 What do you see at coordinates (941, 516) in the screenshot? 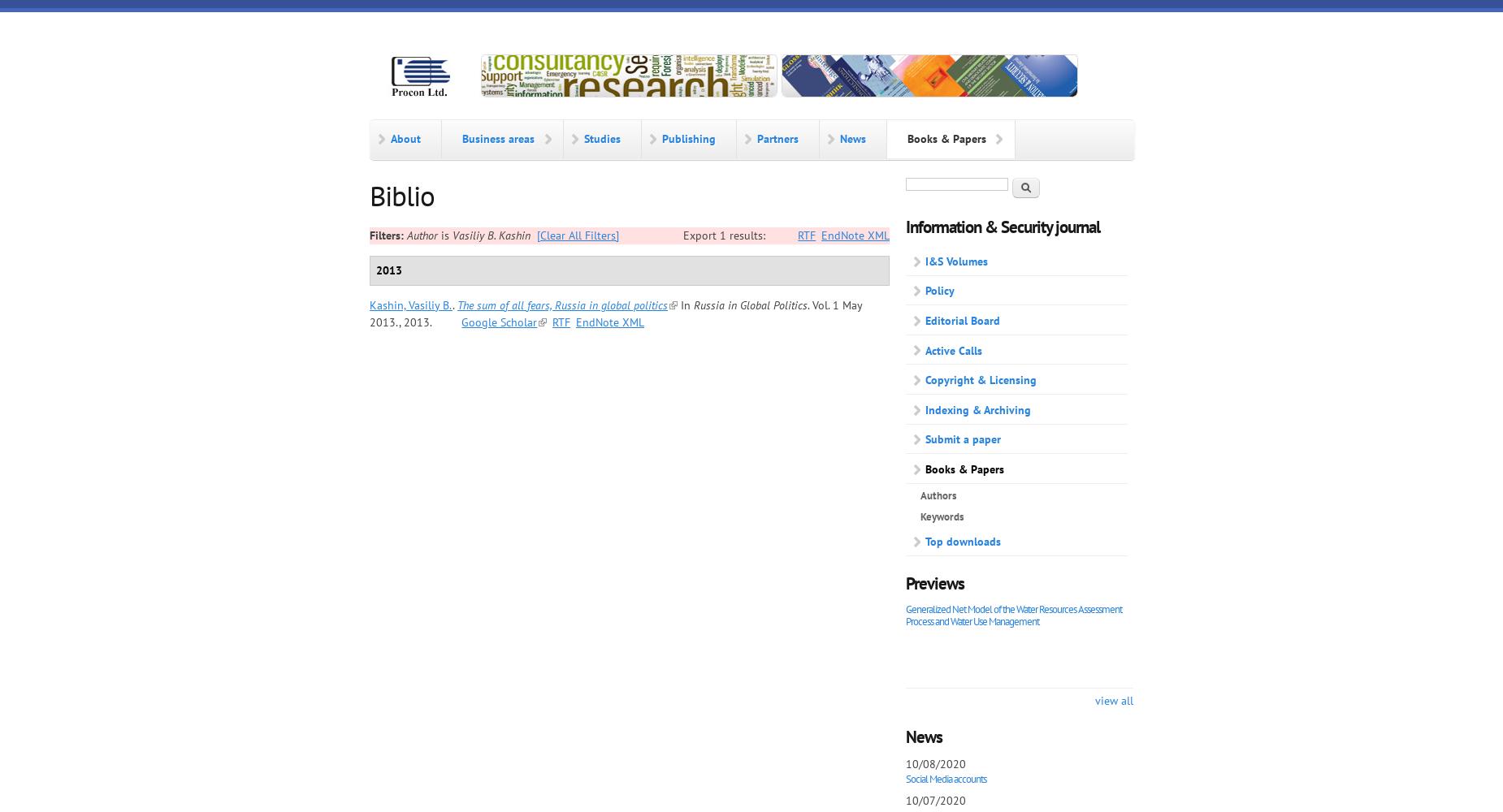
I see `'Keywords'` at bounding box center [941, 516].